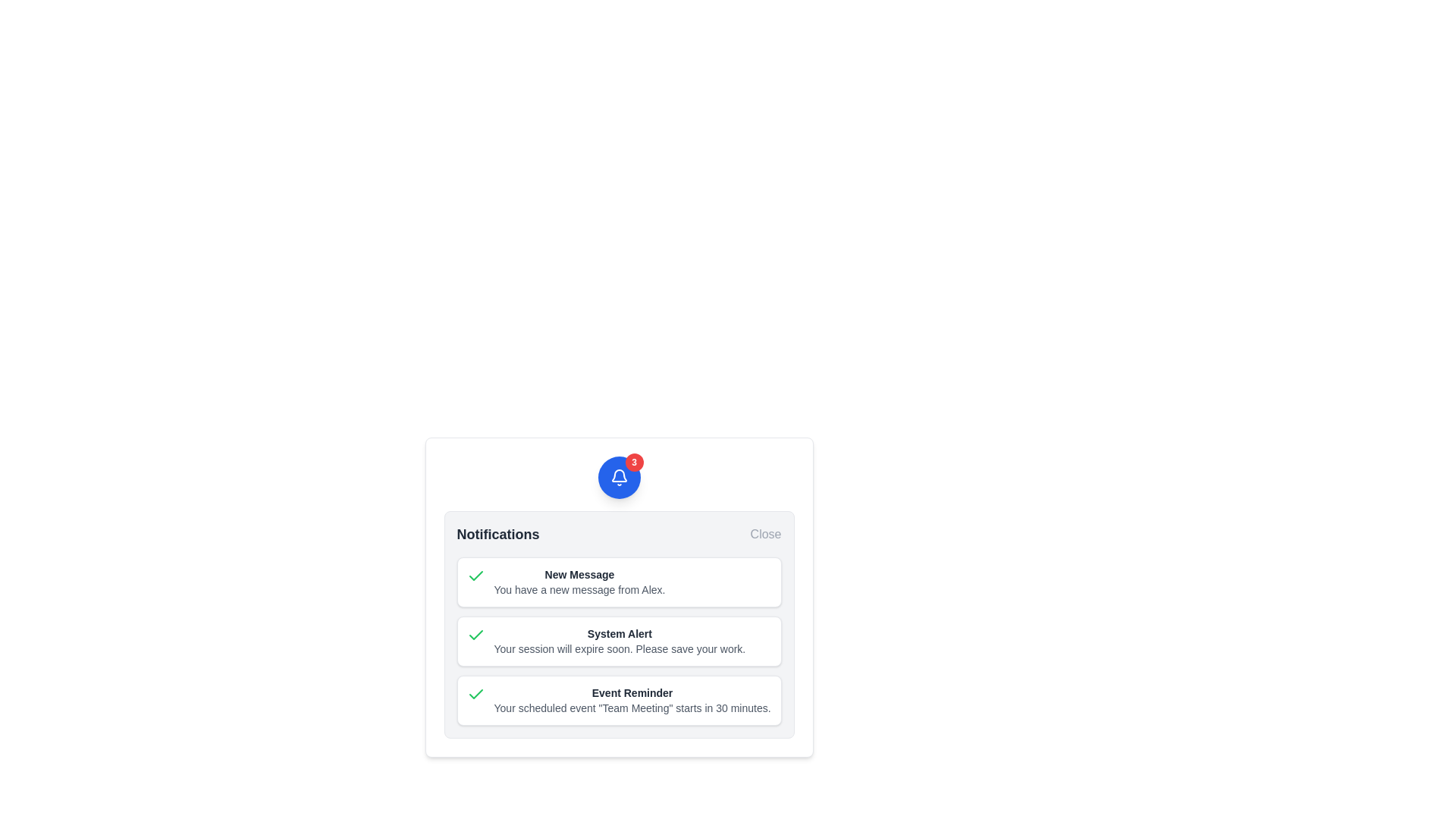 This screenshot has width=1456, height=819. I want to click on the notification message indicating a new message received from 'Alex', located in the topmost notification of the notifications panel beneath the header labeled 'Notifications', so click(579, 581).